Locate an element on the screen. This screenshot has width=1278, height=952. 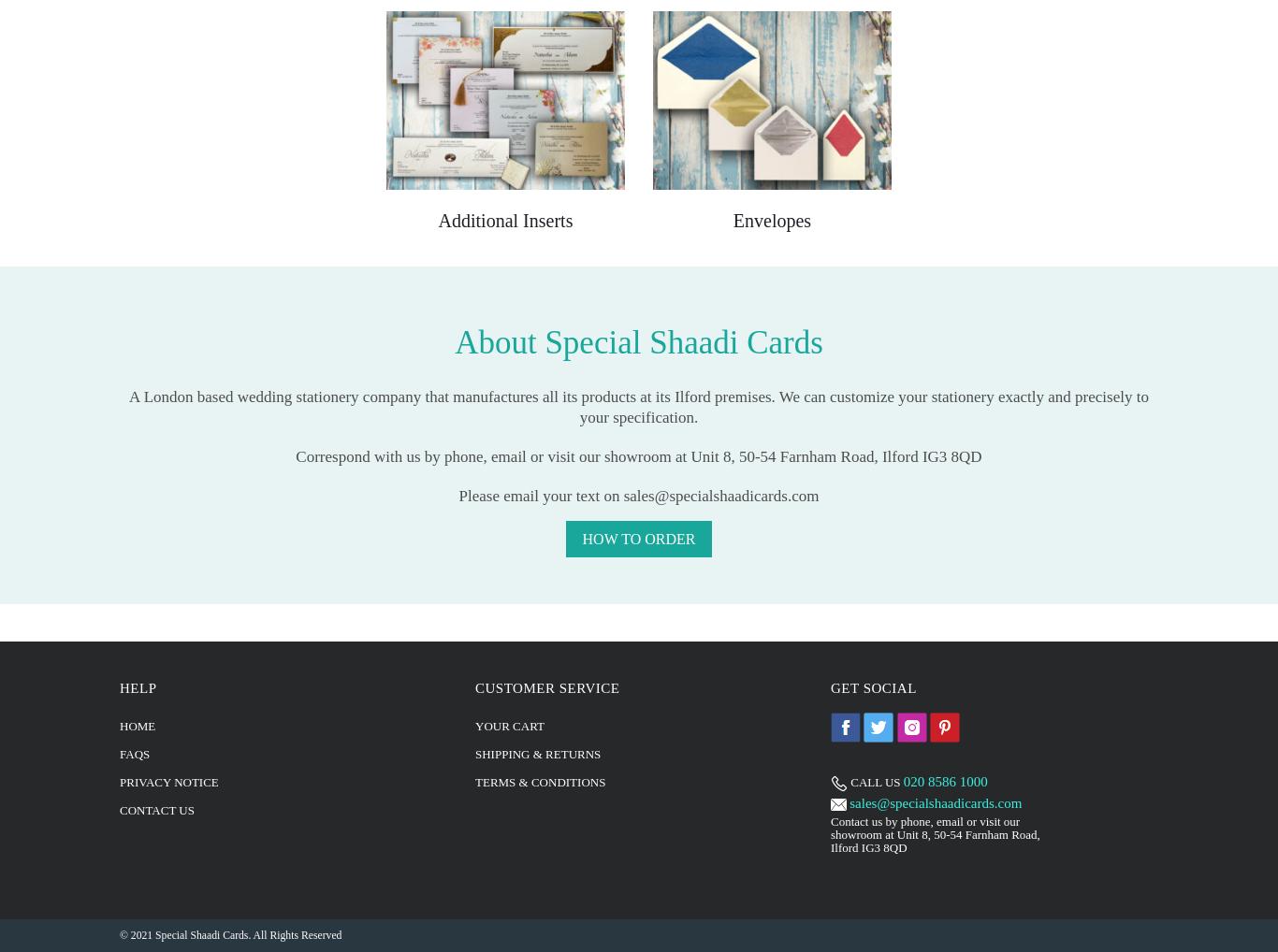
'020 8586 1000' is located at coordinates (945, 779).